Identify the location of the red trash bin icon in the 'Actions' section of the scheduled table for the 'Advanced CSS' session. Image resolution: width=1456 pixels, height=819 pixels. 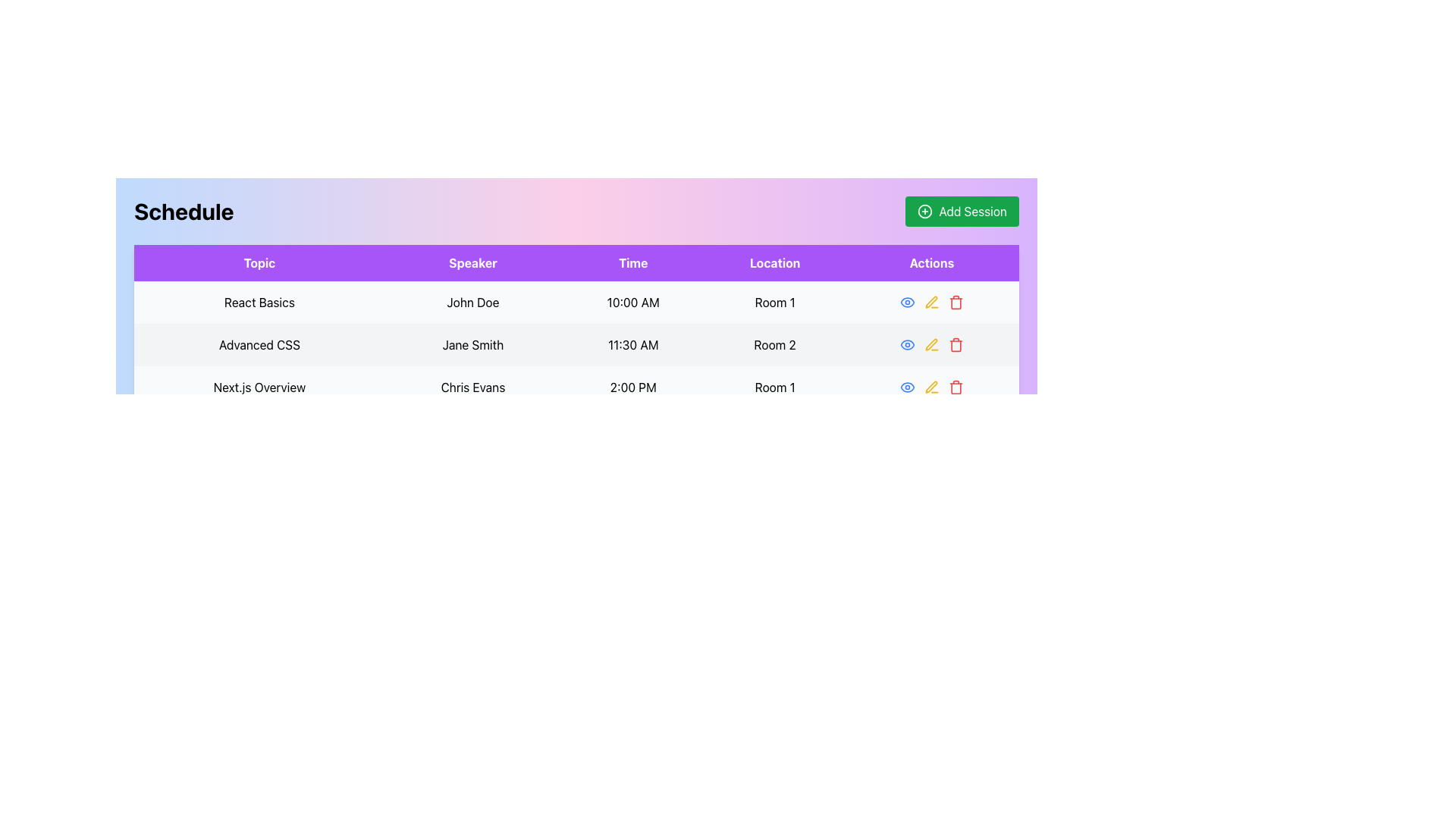
(955, 345).